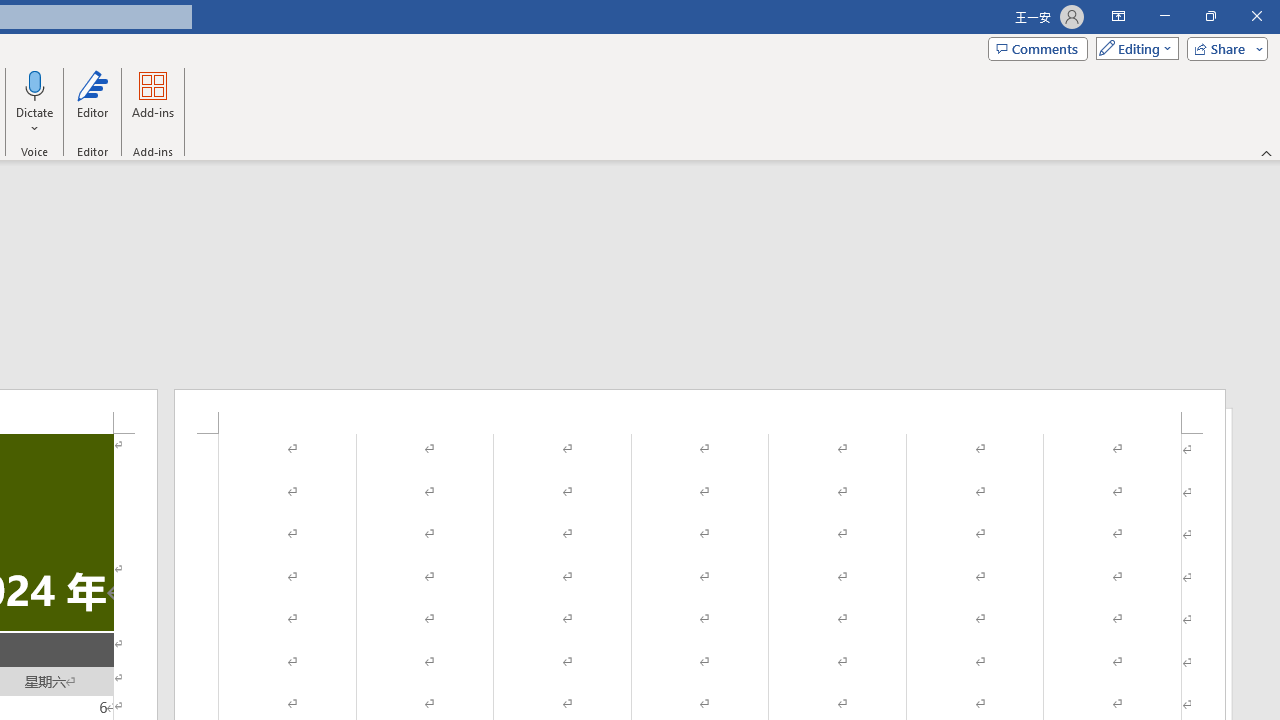 The image size is (1280, 720). What do you see at coordinates (1222, 47) in the screenshot?
I see `'Share'` at bounding box center [1222, 47].